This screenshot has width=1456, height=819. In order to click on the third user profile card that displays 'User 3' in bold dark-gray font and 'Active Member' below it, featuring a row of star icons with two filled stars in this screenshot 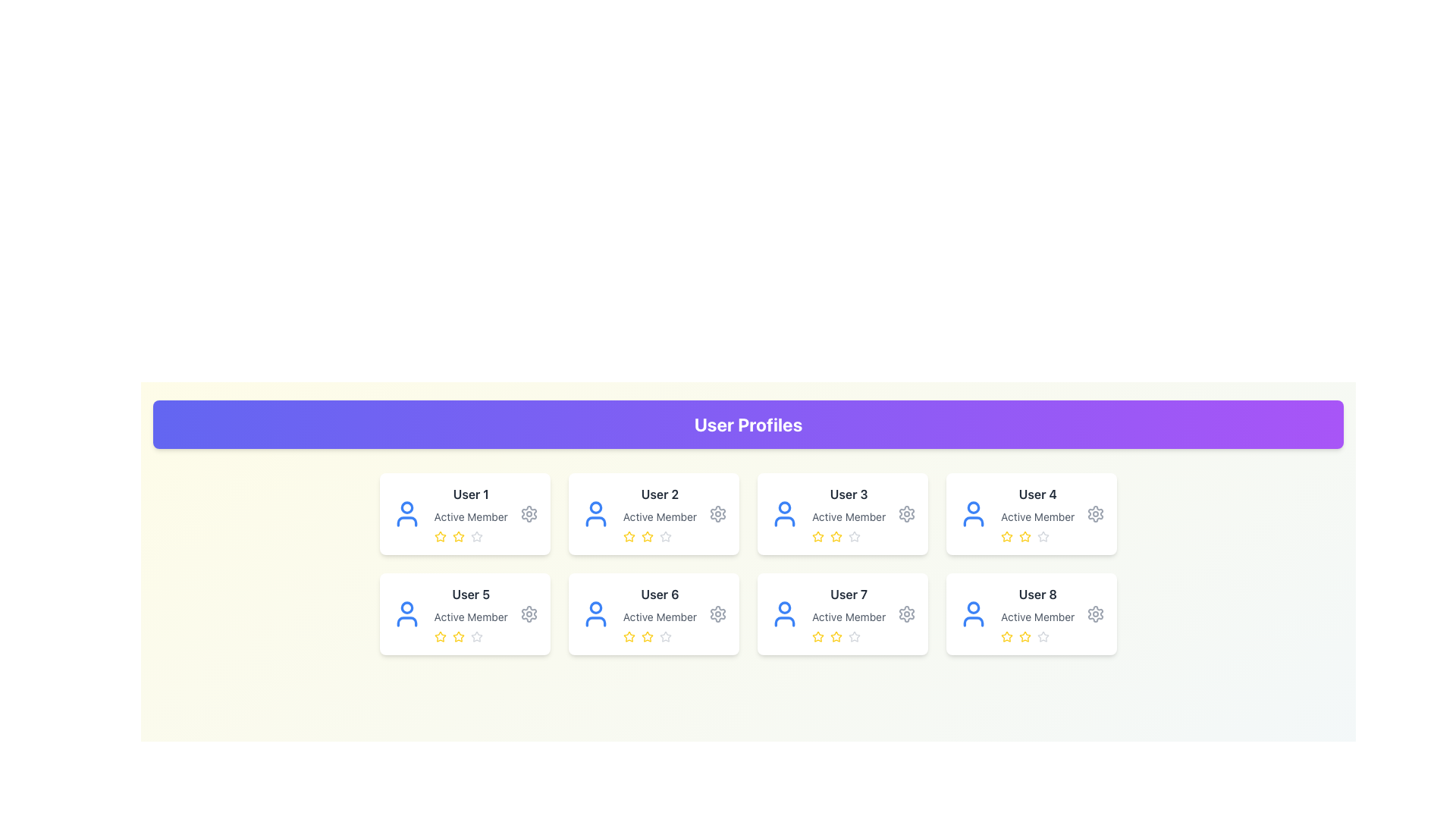, I will do `click(848, 513)`.